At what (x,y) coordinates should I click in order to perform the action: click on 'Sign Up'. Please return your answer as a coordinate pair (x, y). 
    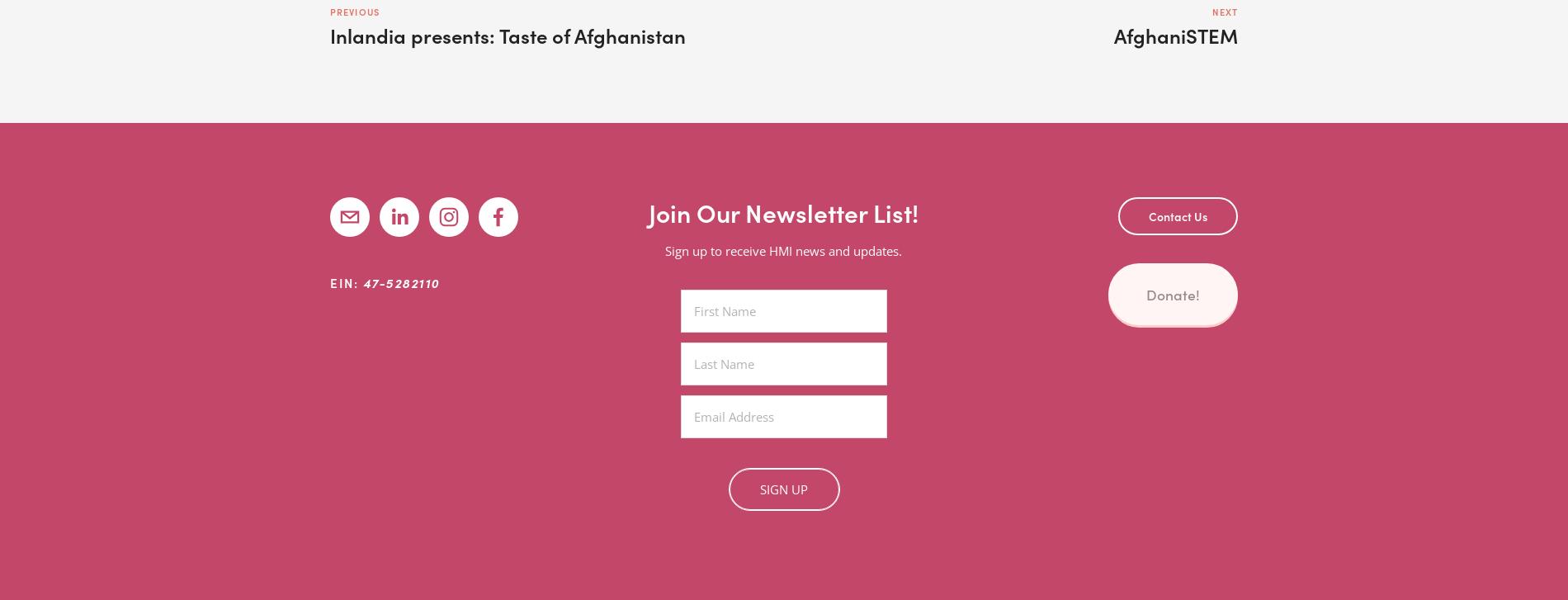
    Looking at the image, I should click on (758, 489).